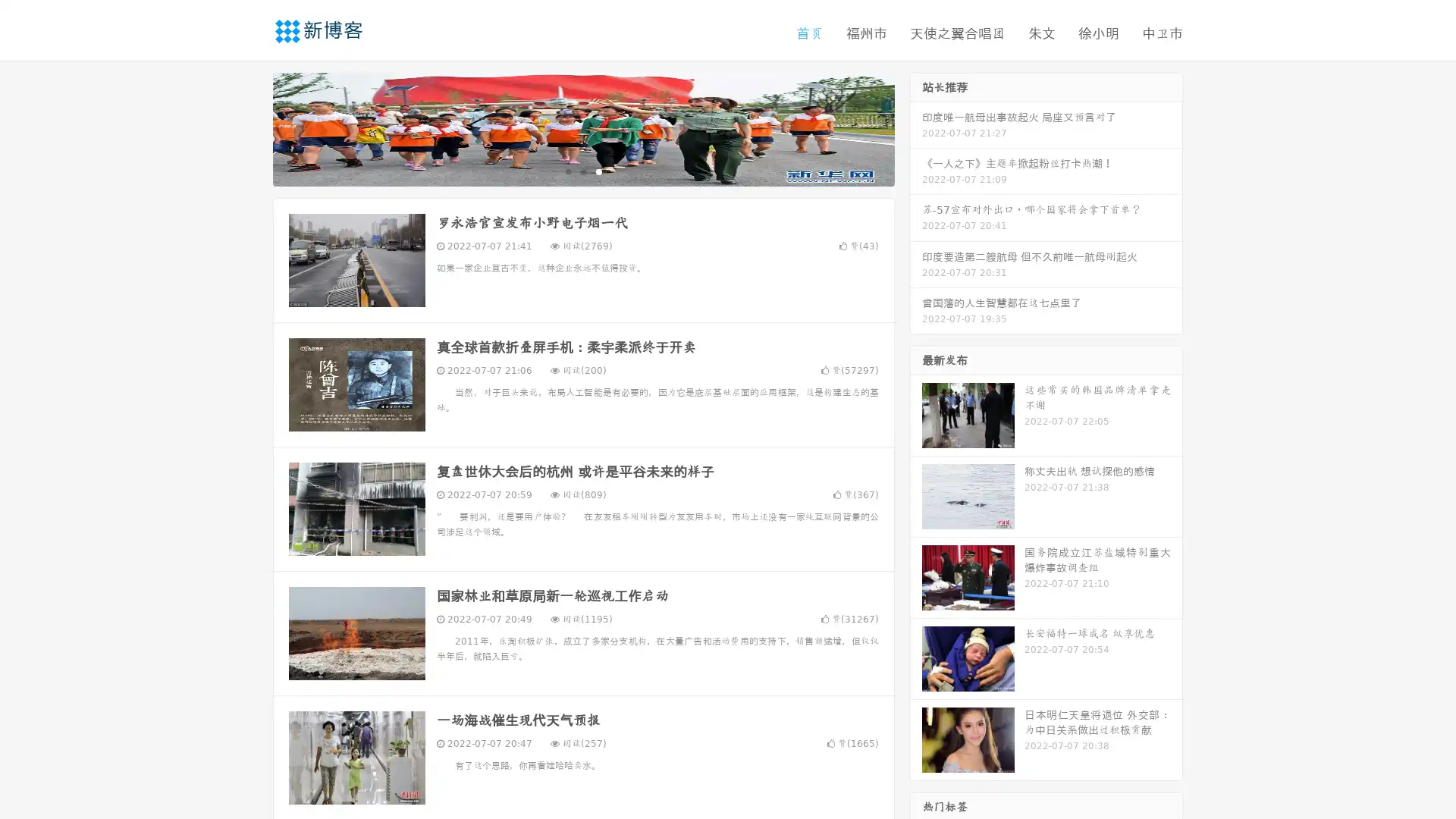  I want to click on Previous slide, so click(250, 127).